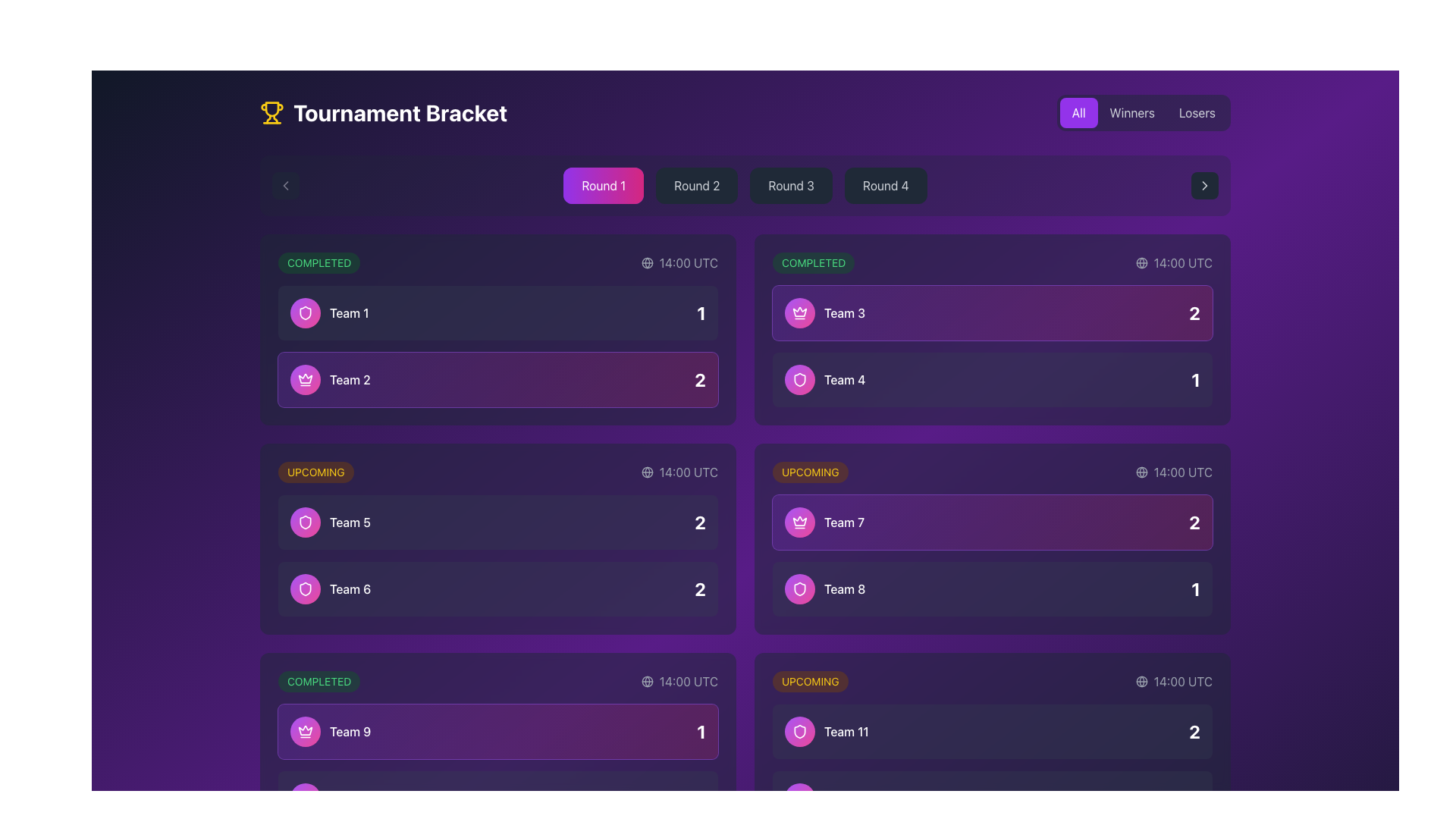  Describe the element at coordinates (1078, 112) in the screenshot. I see `the filter button located at the left-most side of the three-button horizontal menu at the top-right corner of the interface` at that location.